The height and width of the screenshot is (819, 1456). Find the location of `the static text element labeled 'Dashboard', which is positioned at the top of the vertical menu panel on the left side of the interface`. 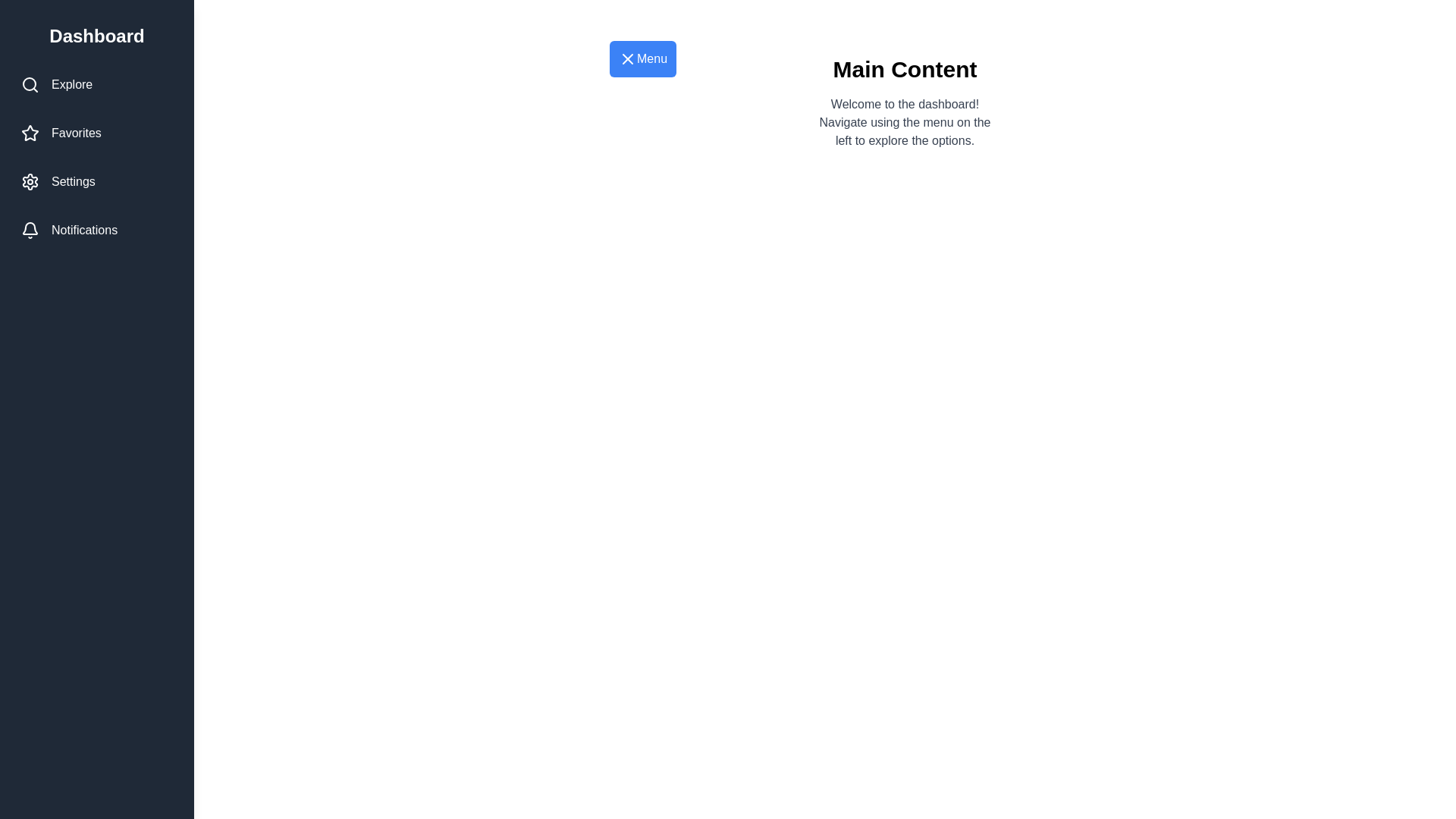

the static text element labeled 'Dashboard', which is positioned at the top of the vertical menu panel on the left side of the interface is located at coordinates (96, 35).